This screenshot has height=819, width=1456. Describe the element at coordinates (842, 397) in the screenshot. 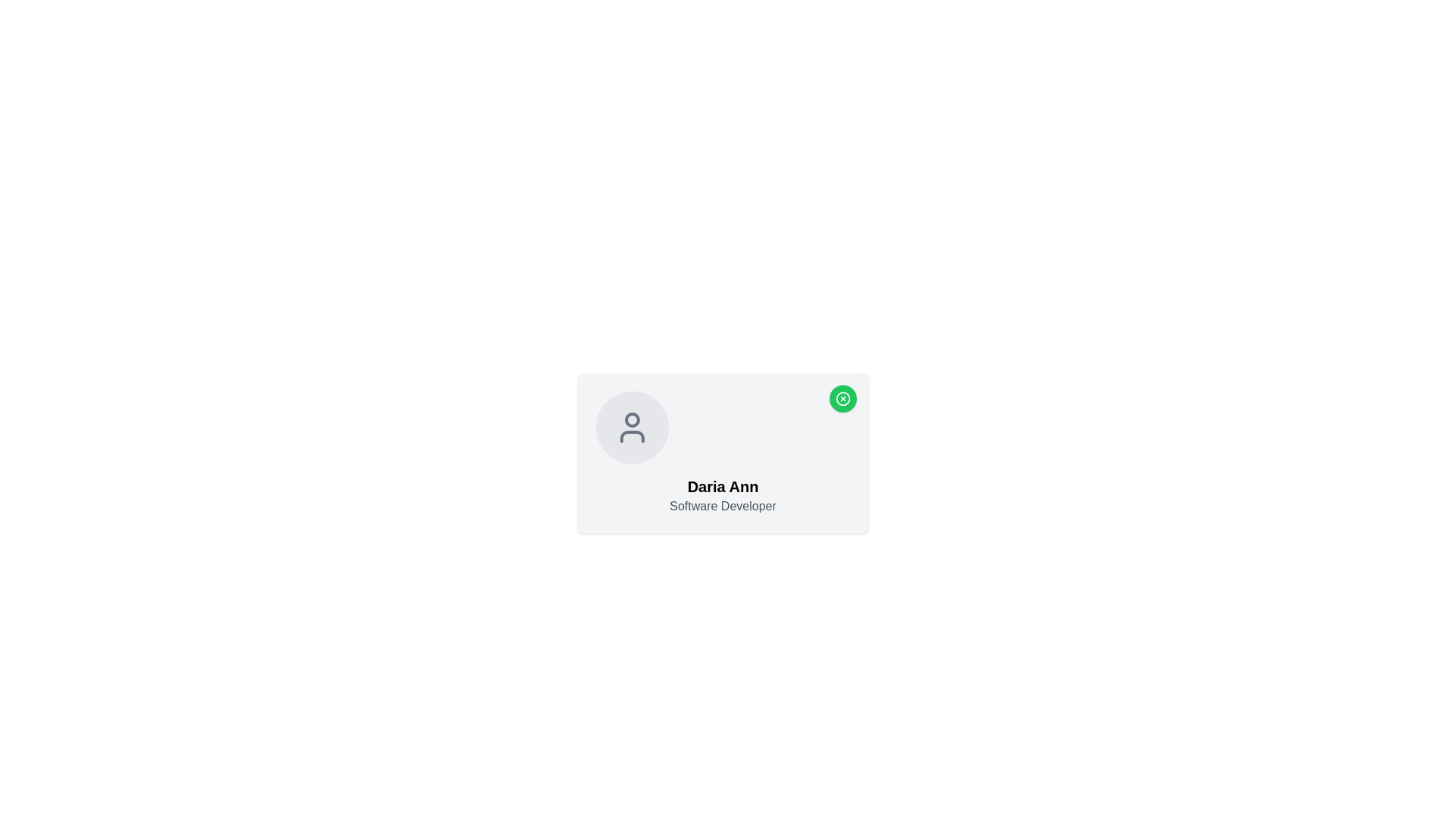

I see `the close button located at the top-right corner of the card for 'Daria Ann', which will reveal a tooltip` at that location.